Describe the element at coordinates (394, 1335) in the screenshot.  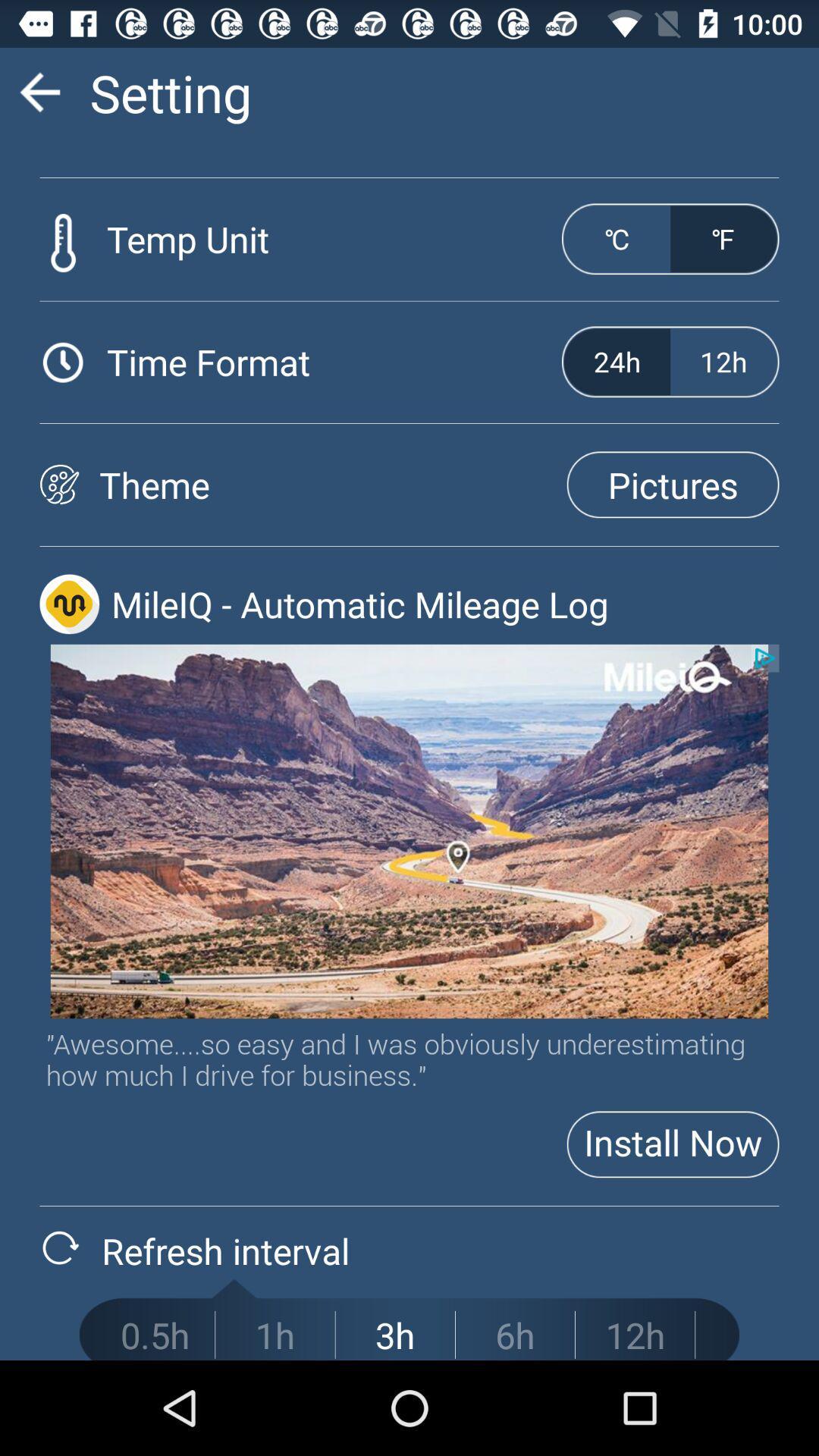
I see `the item to the right of the 1h item` at that location.